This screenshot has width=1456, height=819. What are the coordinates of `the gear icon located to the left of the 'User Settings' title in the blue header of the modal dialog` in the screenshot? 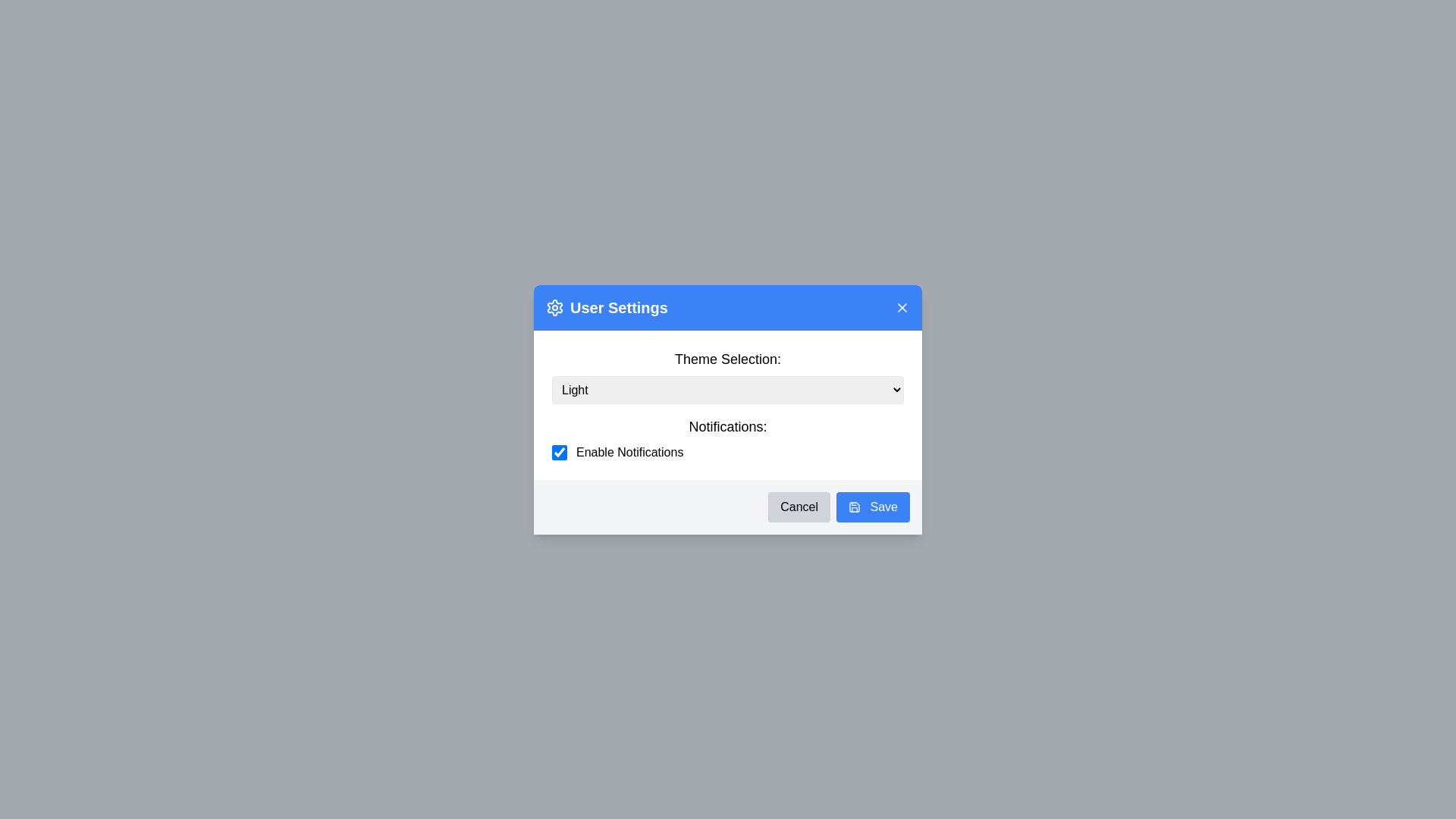 It's located at (554, 307).